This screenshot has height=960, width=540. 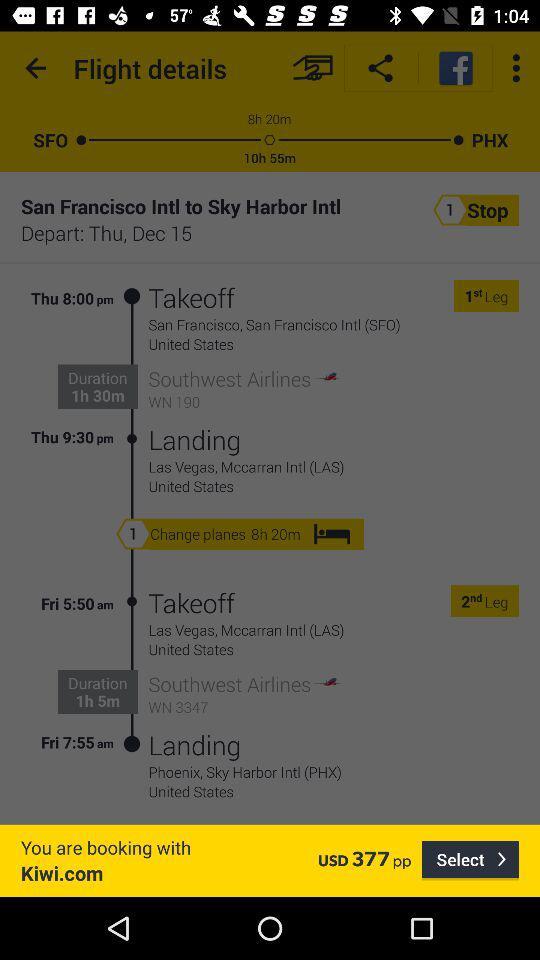 I want to click on pay for this flight, so click(x=312, y=68).